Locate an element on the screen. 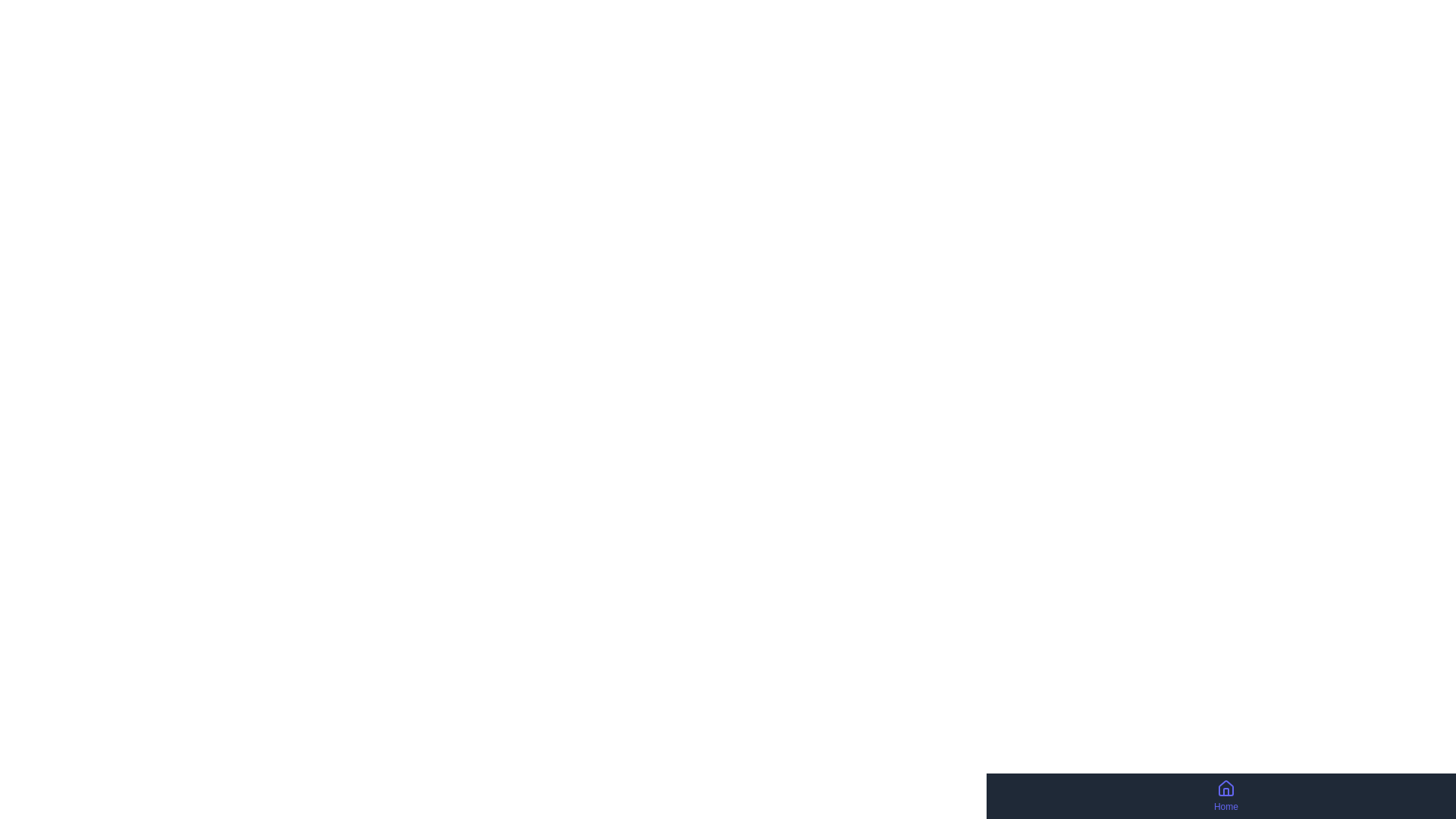 This screenshot has height=819, width=1456. the 'Home' text label, which is styled in small text and positioned below the house icon in the navigation element is located at coordinates (1225, 806).